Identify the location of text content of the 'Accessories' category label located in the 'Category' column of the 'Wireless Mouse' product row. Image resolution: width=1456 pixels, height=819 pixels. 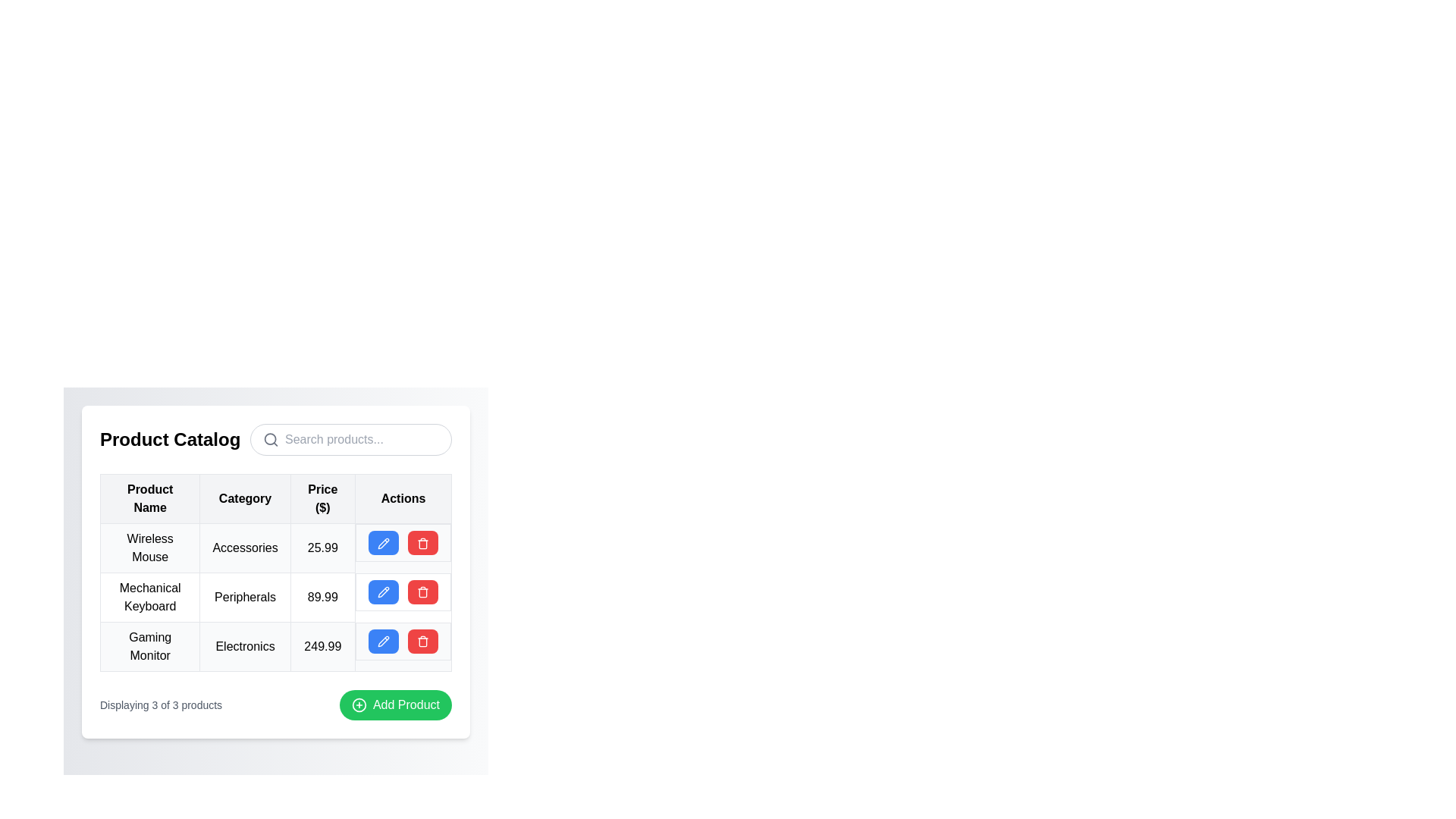
(245, 548).